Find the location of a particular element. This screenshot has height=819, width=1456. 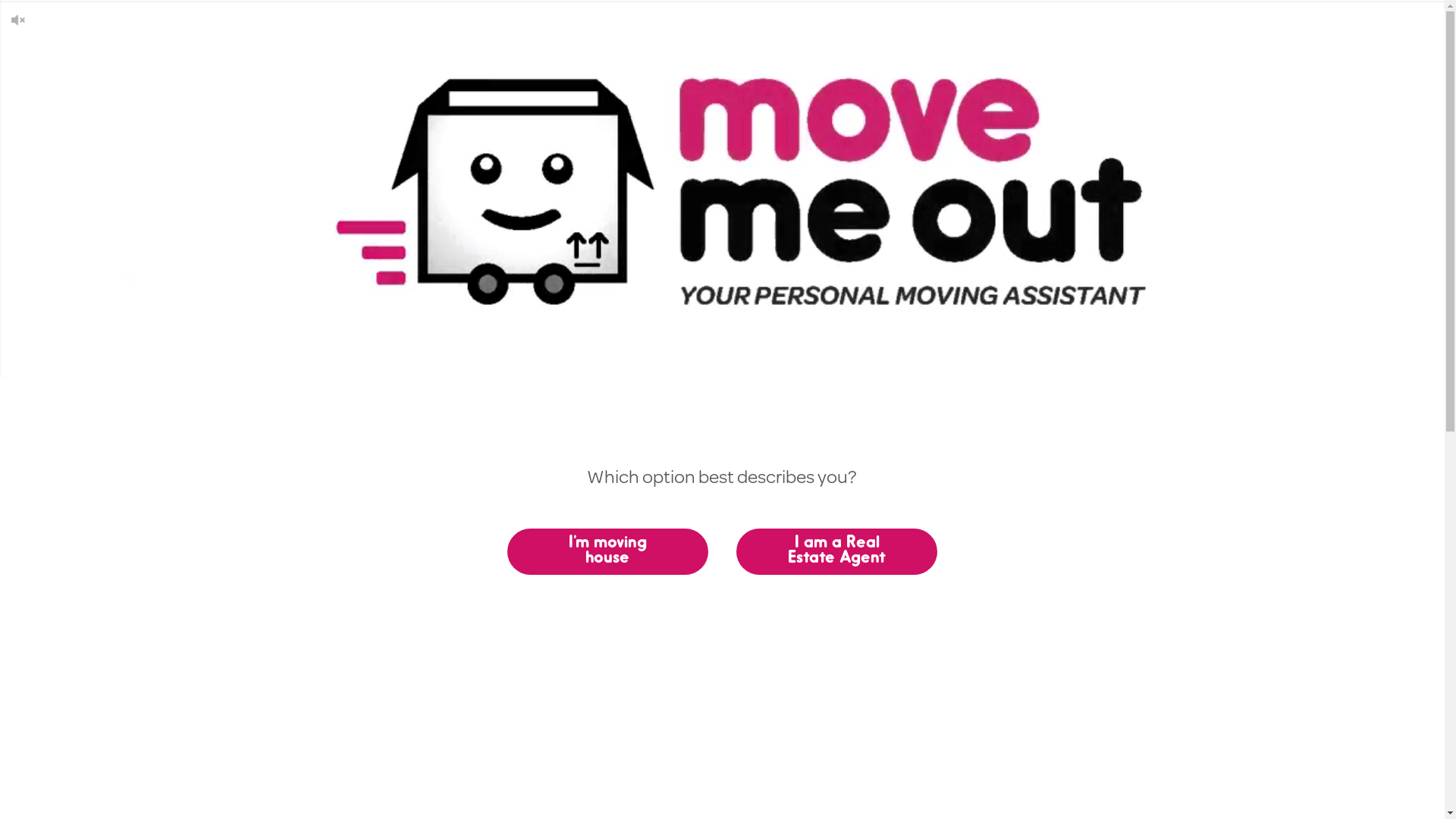

'I am a Real is located at coordinates (836, 551).